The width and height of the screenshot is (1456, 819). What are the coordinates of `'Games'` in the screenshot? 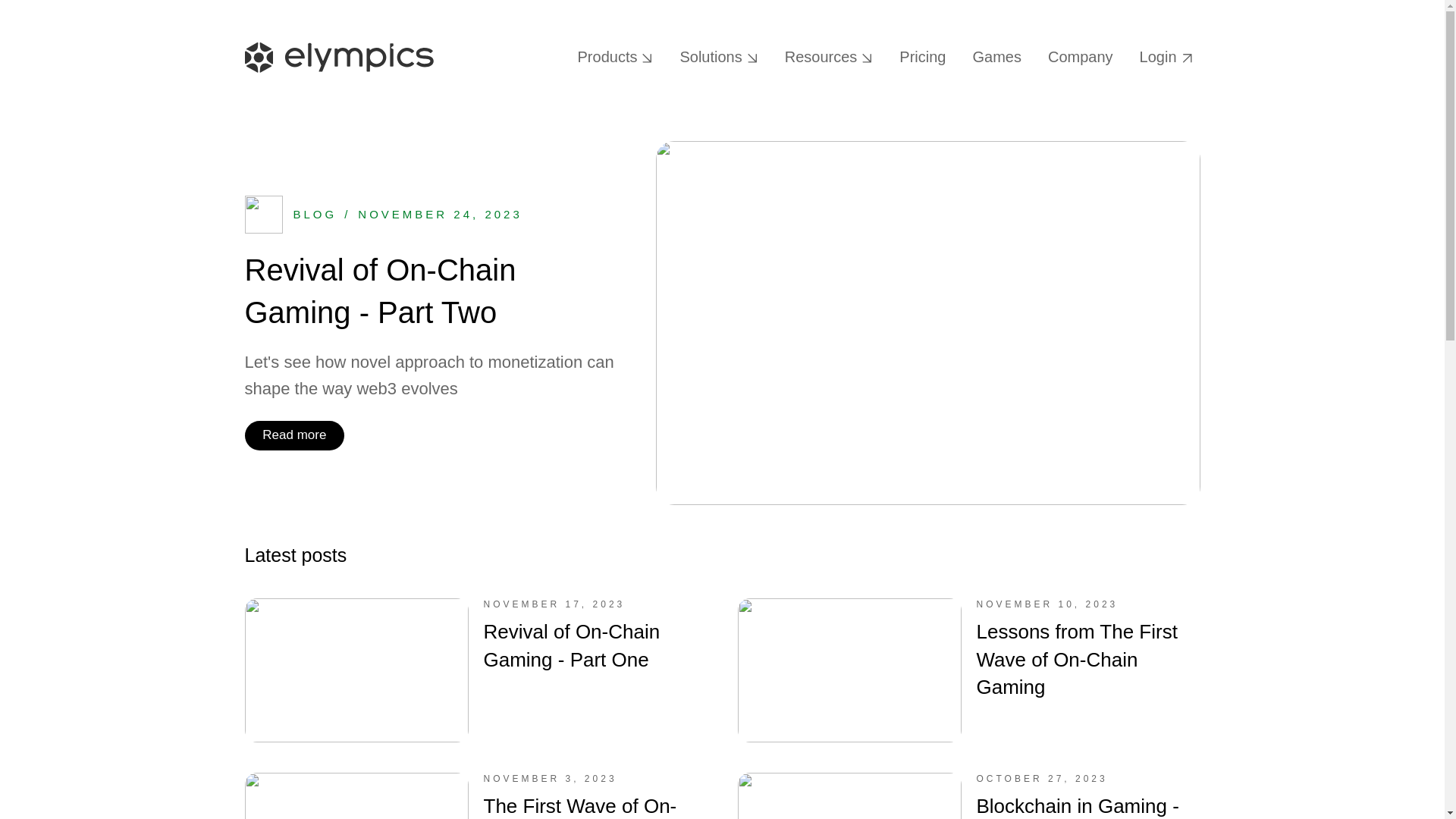 It's located at (996, 56).